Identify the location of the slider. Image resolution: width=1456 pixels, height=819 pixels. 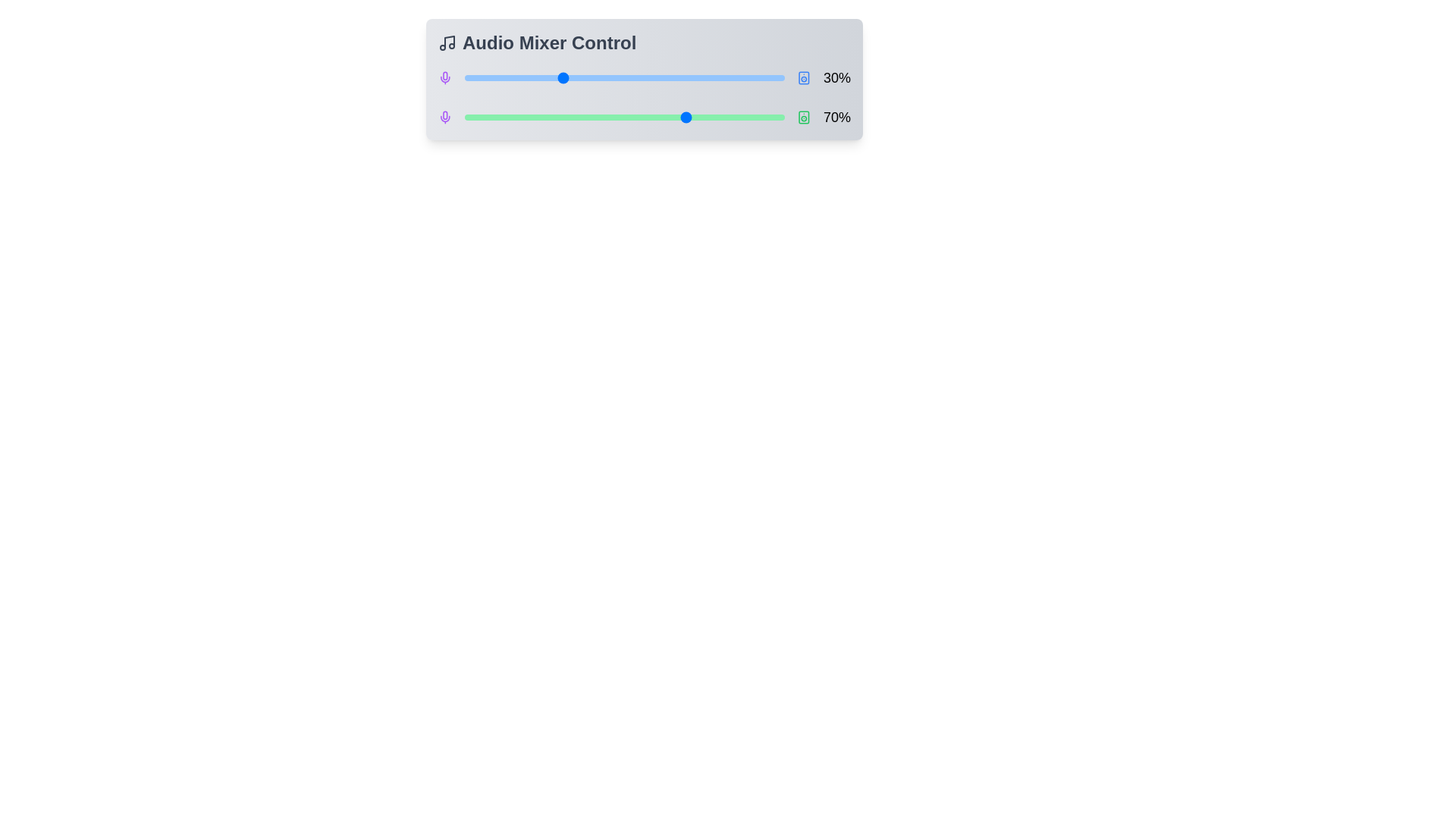
(472, 78).